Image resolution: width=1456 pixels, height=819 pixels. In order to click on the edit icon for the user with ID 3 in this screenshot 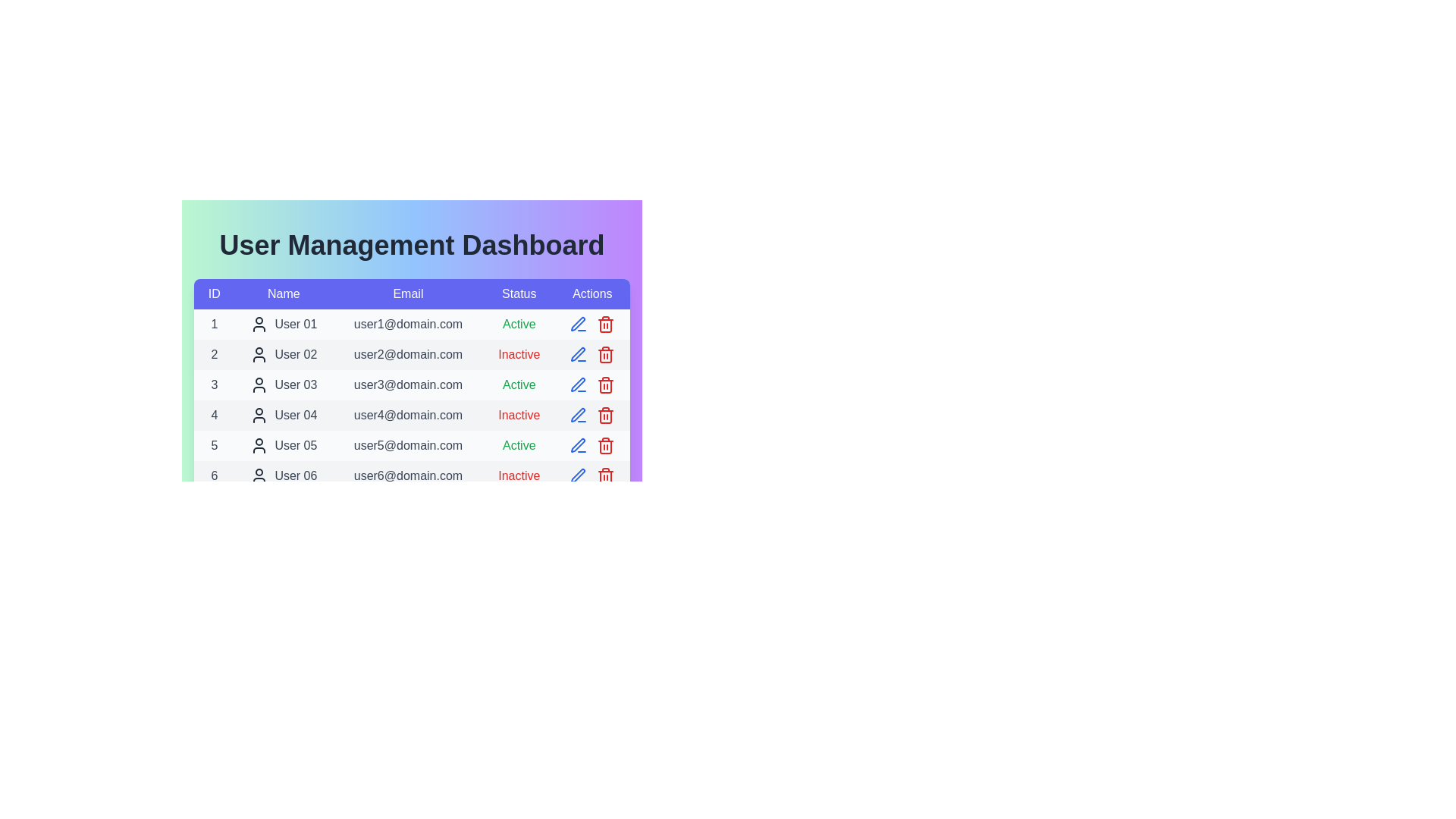, I will do `click(578, 384)`.